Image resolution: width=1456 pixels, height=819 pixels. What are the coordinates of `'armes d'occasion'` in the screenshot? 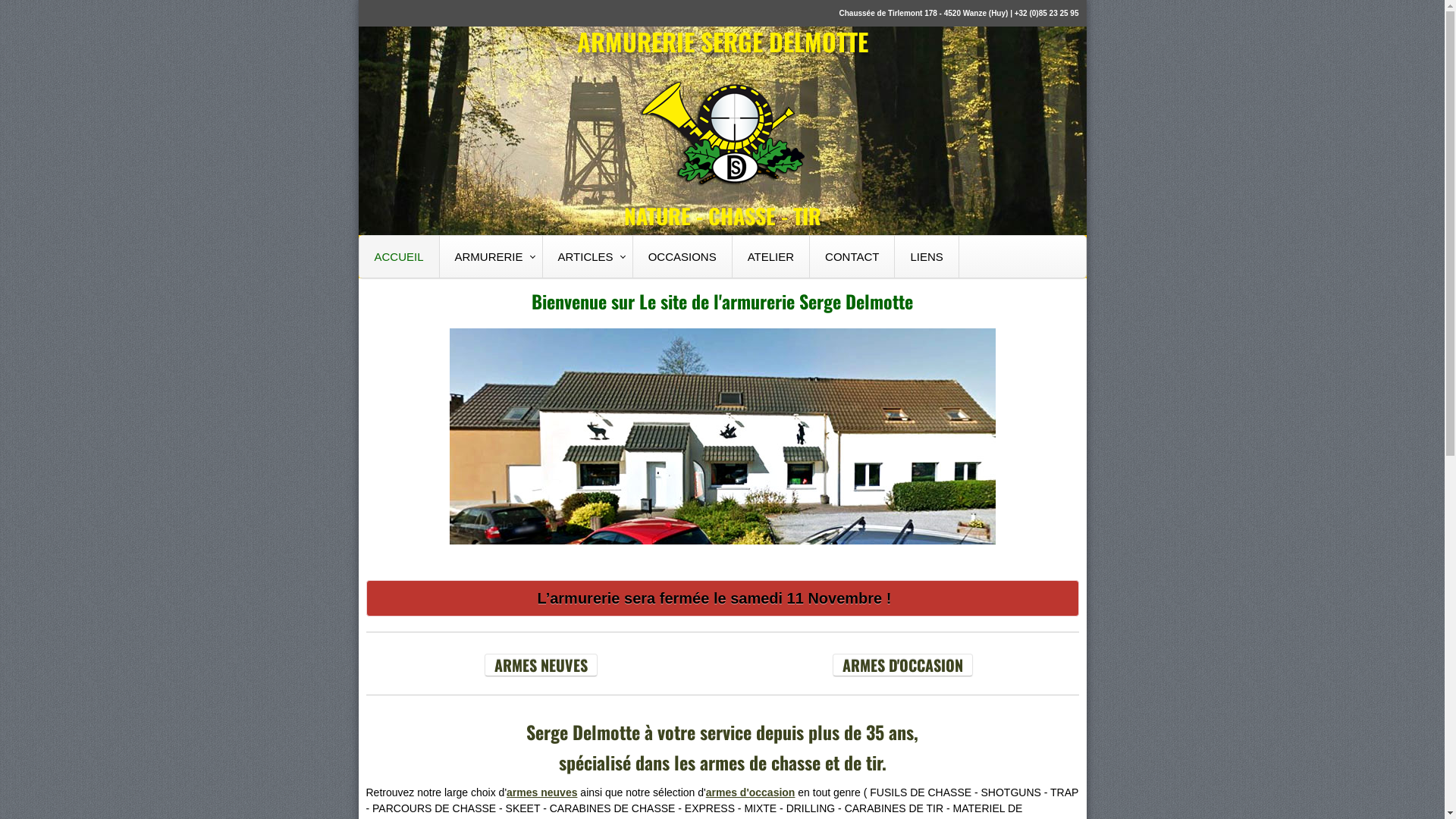 It's located at (705, 792).